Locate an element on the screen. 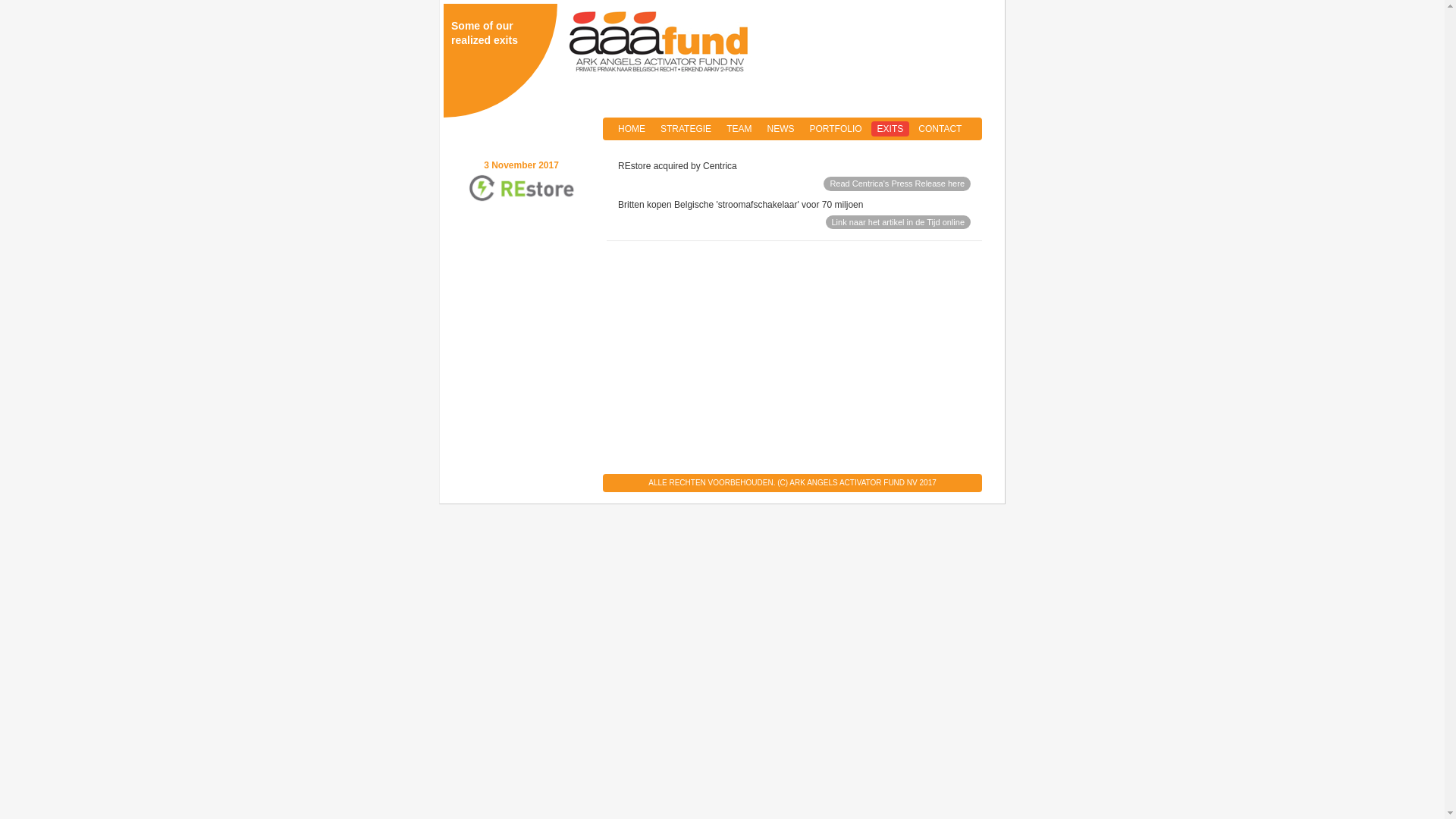  'NEWS' is located at coordinates (780, 127).